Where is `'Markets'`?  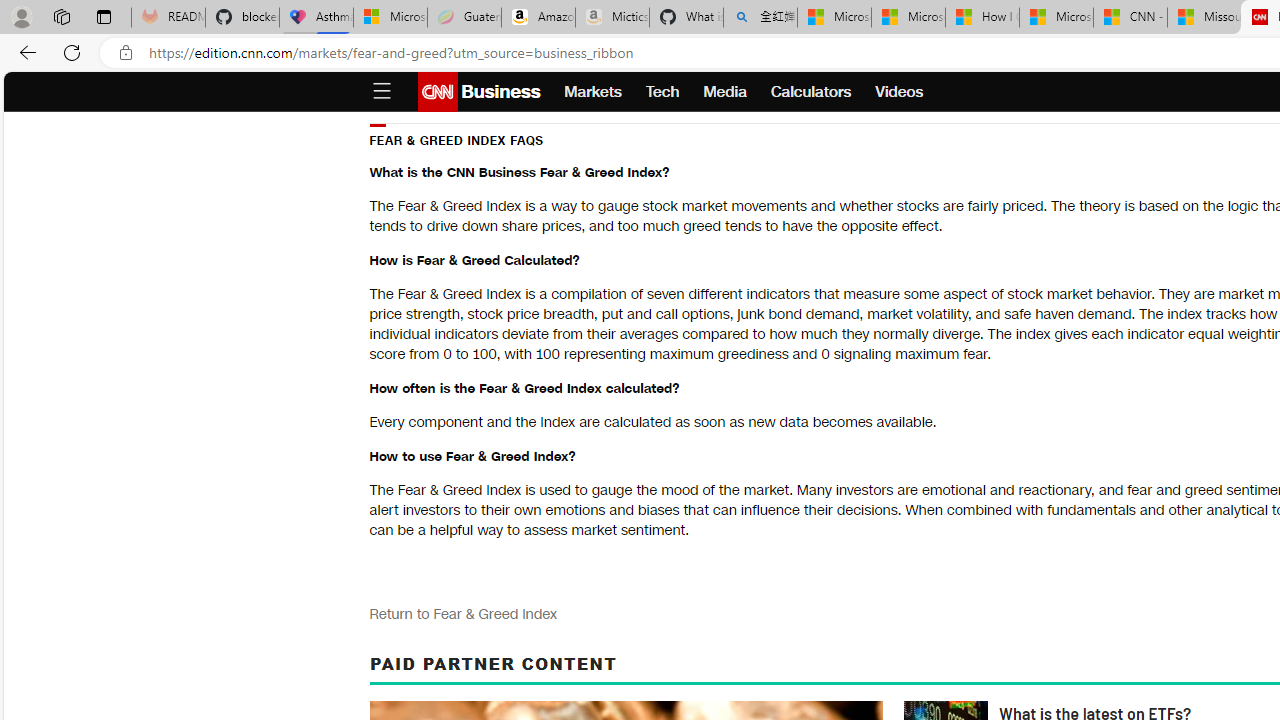
'Markets' is located at coordinates (592, 92).